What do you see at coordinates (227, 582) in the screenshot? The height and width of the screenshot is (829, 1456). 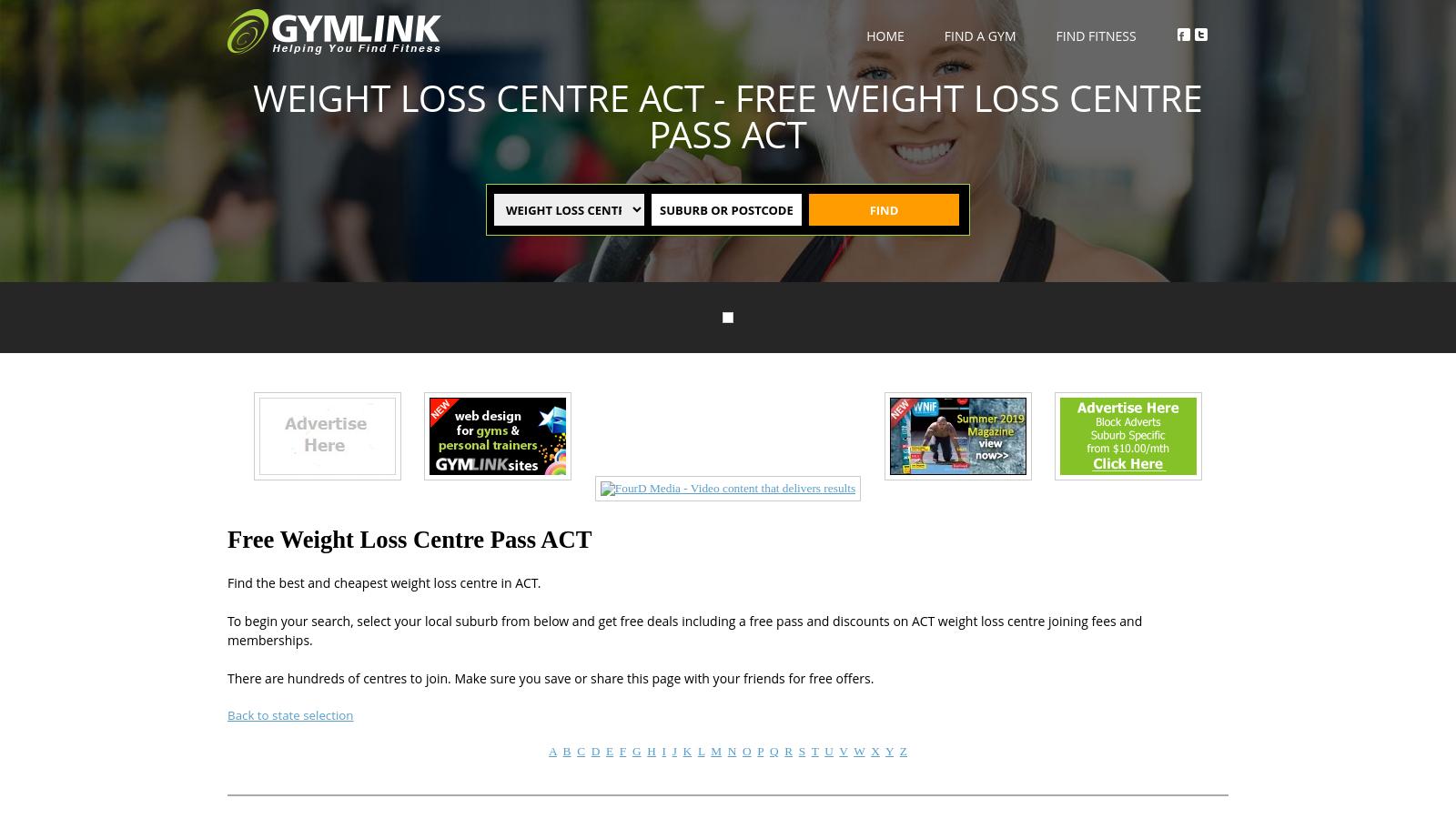 I see `'Find the best and cheapest weight loss centre in ACT.'` at bounding box center [227, 582].